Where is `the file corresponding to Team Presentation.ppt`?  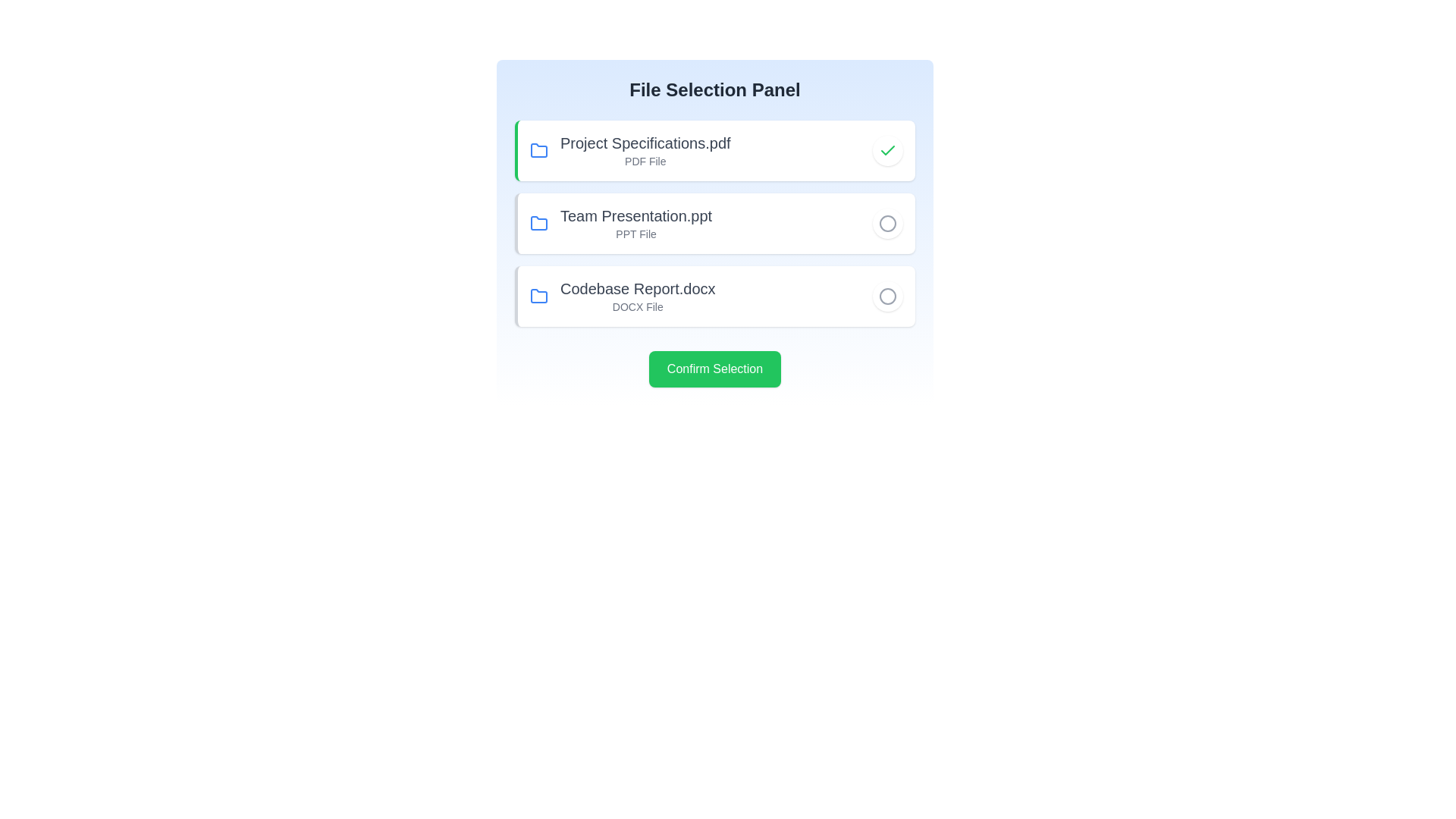
the file corresponding to Team Presentation.ppt is located at coordinates (888, 223).